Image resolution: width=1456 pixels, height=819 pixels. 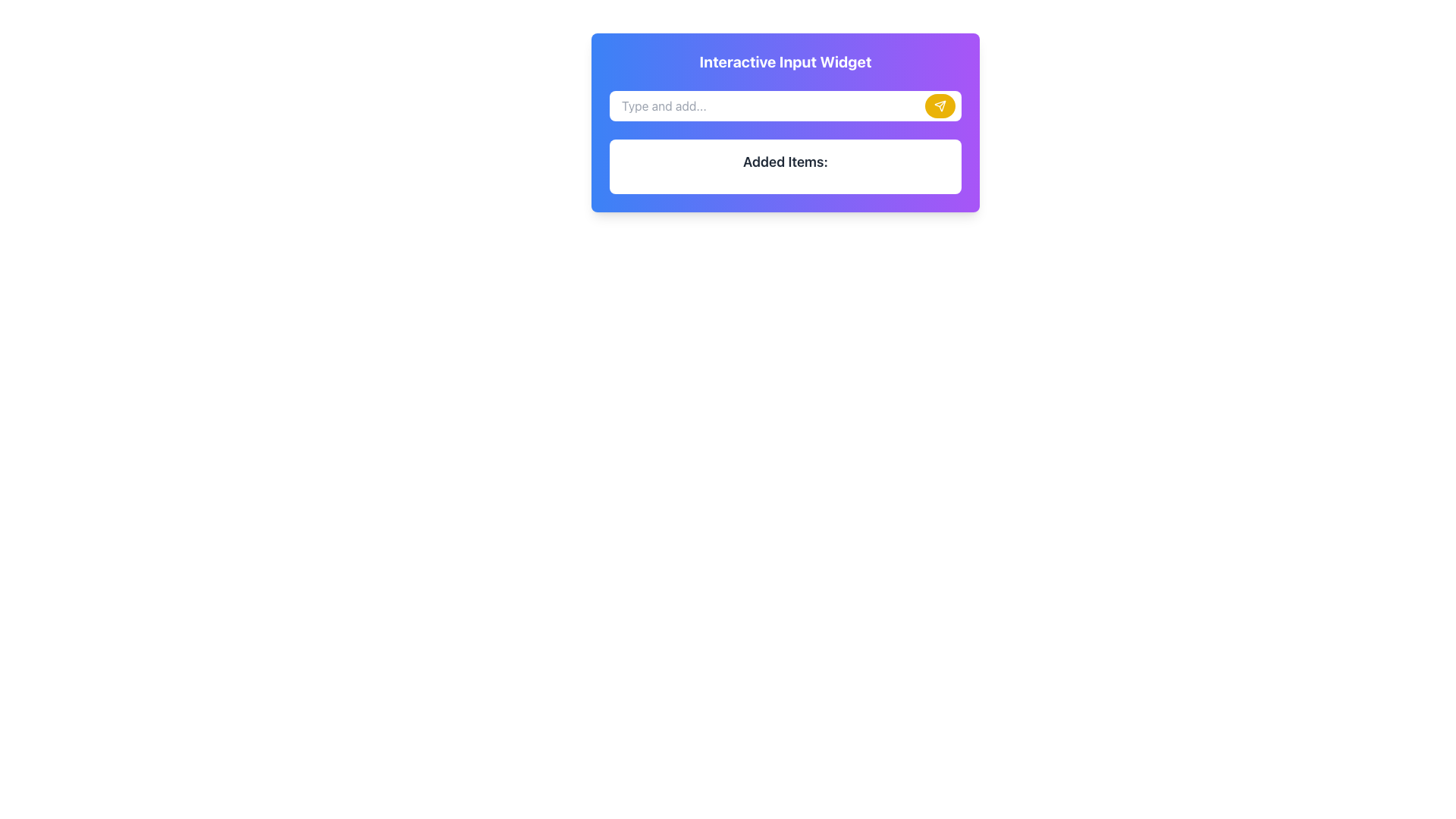 What do you see at coordinates (786, 61) in the screenshot?
I see `the text label reading 'Interactive Input Widget' which is styled with a bold, extra-large font and is centered horizontally on a gradient background transitioning from blue to purple` at bounding box center [786, 61].